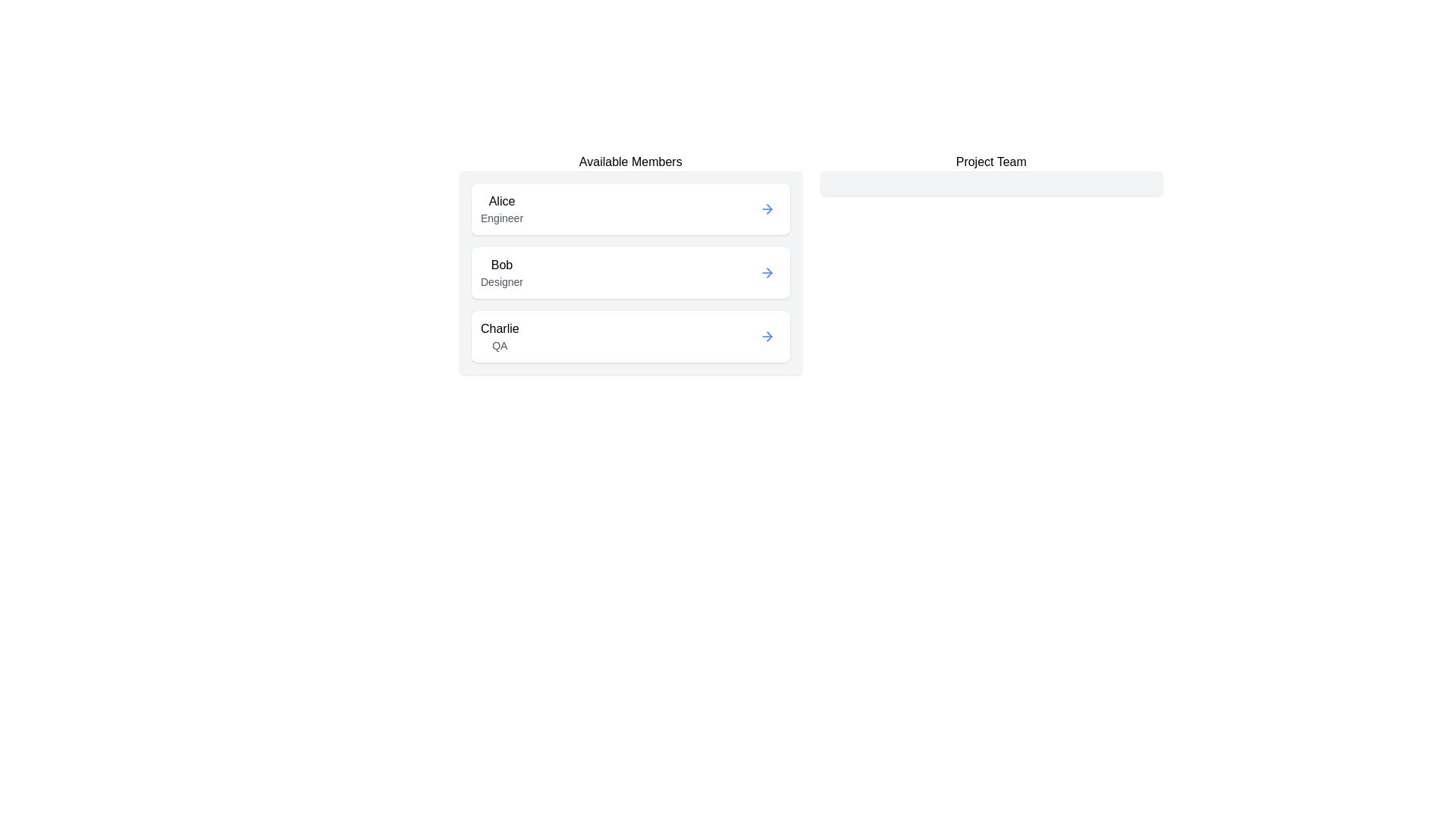 Image resolution: width=1456 pixels, height=819 pixels. Describe the element at coordinates (767, 335) in the screenshot. I see `arrow button next to Charlie to transfer them to the Project Team` at that location.